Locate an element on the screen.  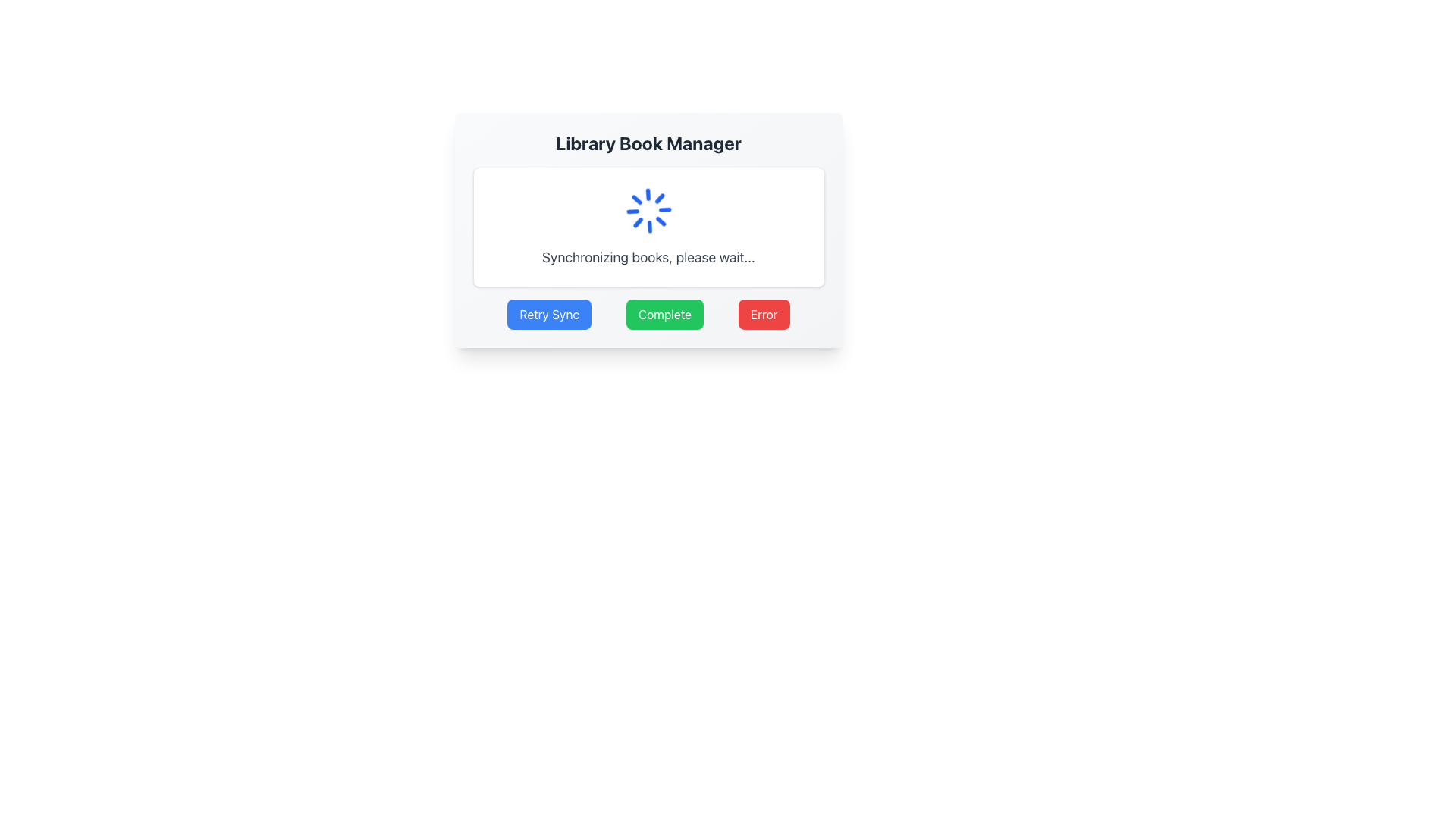
the Loading panel that displays 'Synchronizing books, please wait...' with a spinning blue loader icon, located at the center of the interface is located at coordinates (648, 227).